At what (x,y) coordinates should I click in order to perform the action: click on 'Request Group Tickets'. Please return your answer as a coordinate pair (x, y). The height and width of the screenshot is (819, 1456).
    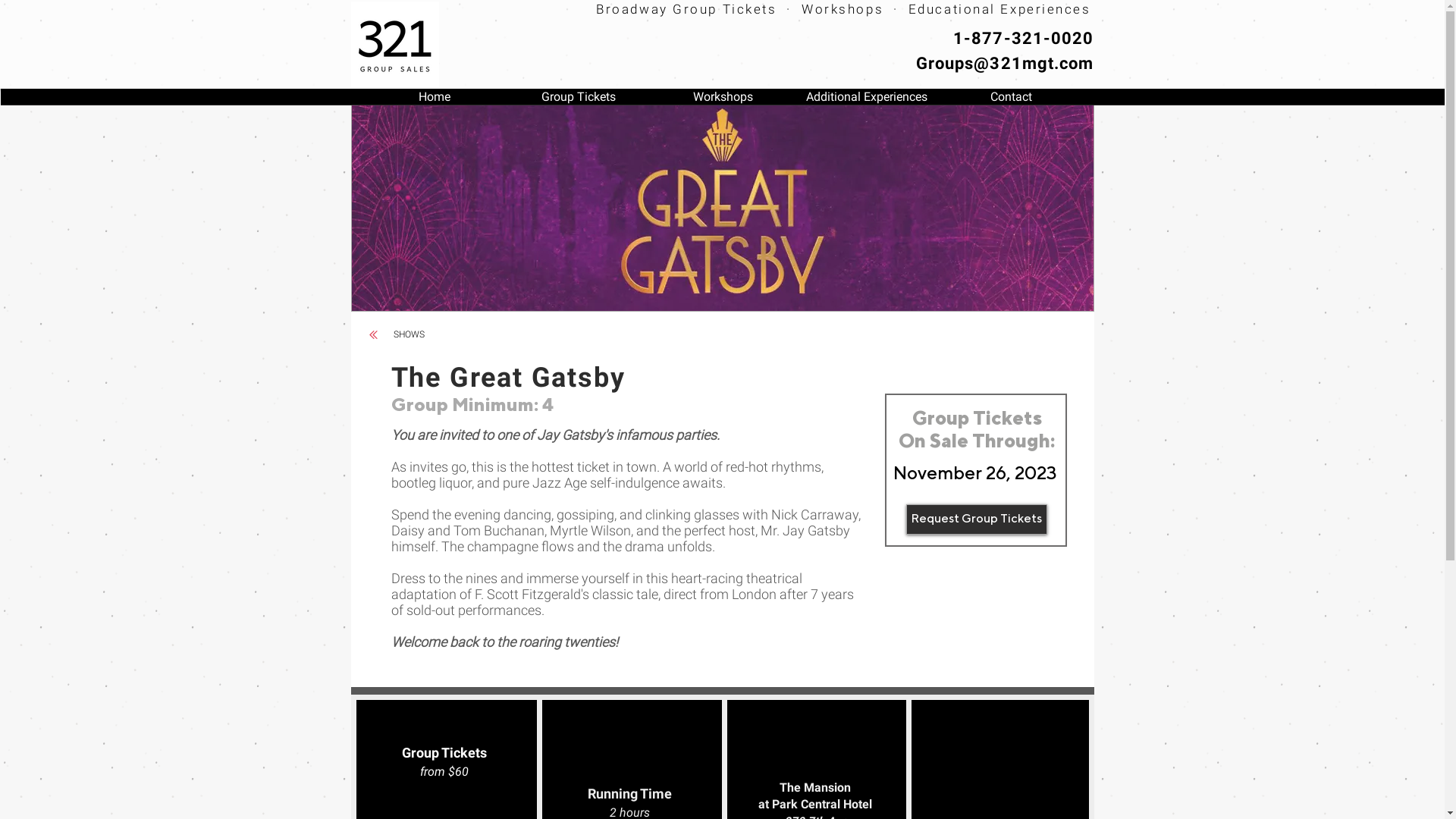
    Looking at the image, I should click on (905, 519).